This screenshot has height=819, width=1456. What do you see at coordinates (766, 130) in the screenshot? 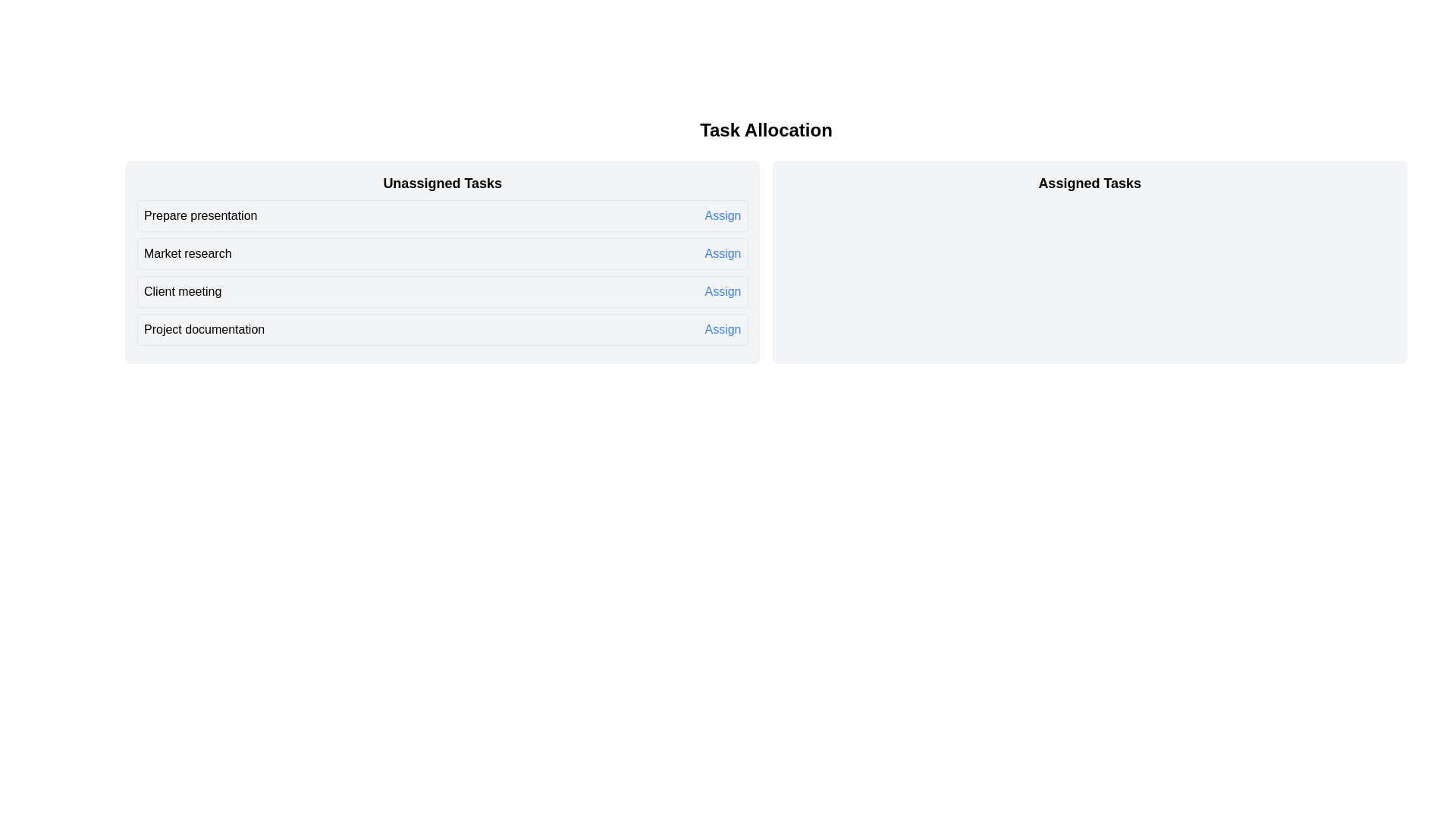
I see `the header text element that serves as the main title for the section above 'Unassigned Tasks' and 'Assigned Tasks'` at bounding box center [766, 130].